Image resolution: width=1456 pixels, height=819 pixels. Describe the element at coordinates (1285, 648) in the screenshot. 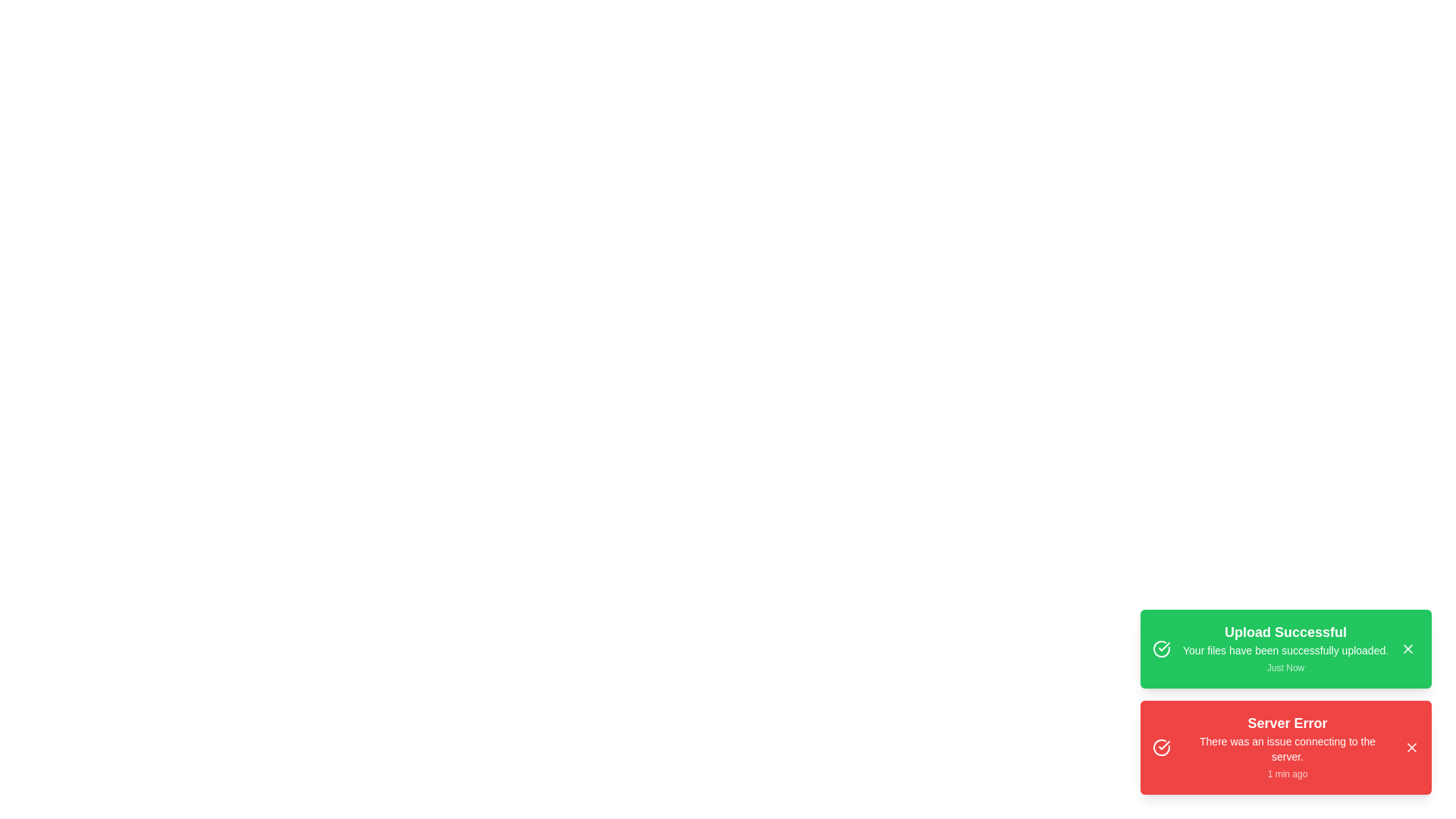

I see `the notification card to interact with it` at that location.